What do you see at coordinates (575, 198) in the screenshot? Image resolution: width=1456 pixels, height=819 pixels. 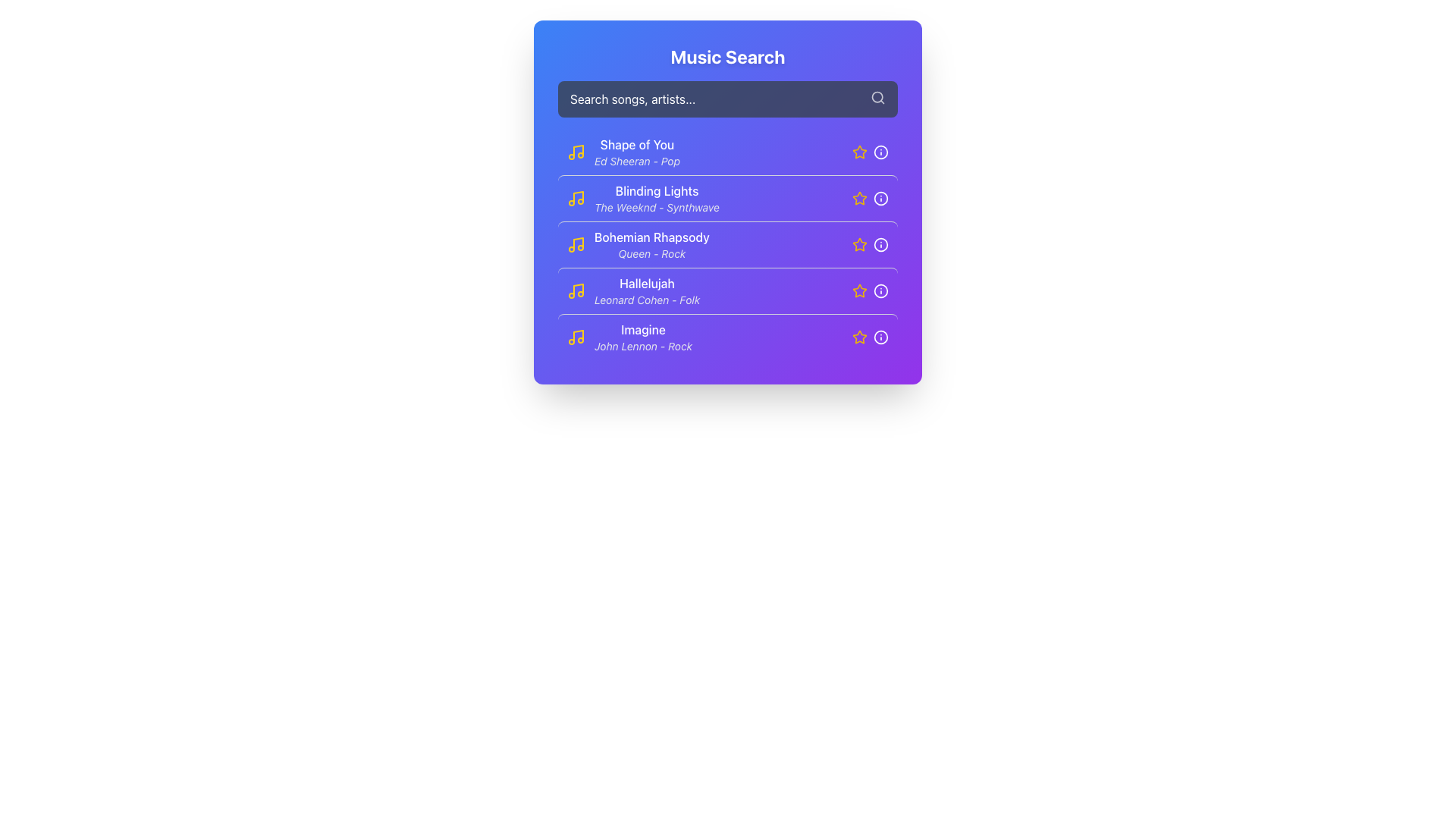 I see `the yellow music icon represented as two interconnected eighth notes, located to the left of the song title 'Blinding Lights' by 'The Weeknd' in the second position of the list` at bounding box center [575, 198].